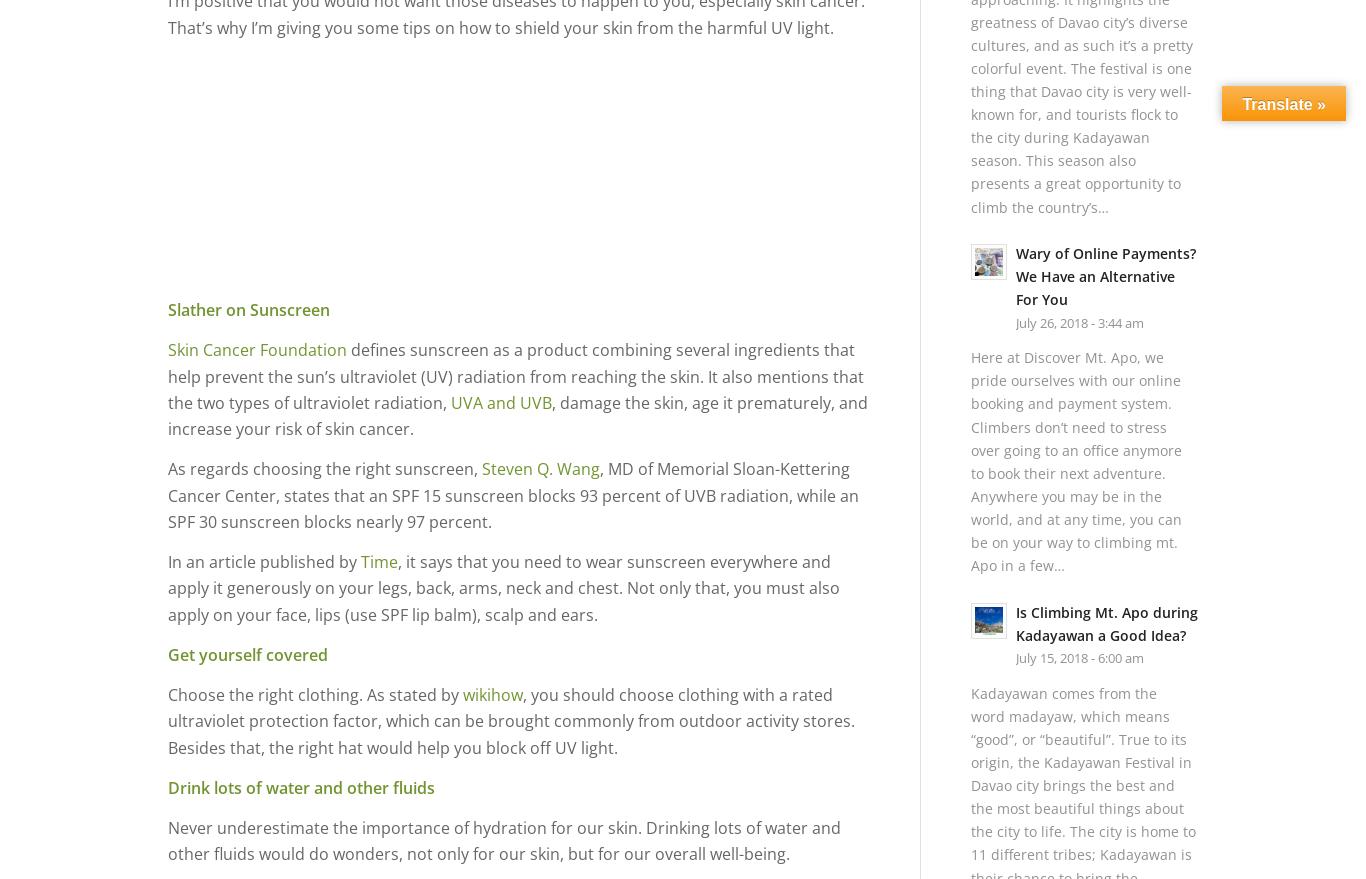  I want to click on 'Wary of Online Payments? We Have an Alternative For You', so click(1103, 275).